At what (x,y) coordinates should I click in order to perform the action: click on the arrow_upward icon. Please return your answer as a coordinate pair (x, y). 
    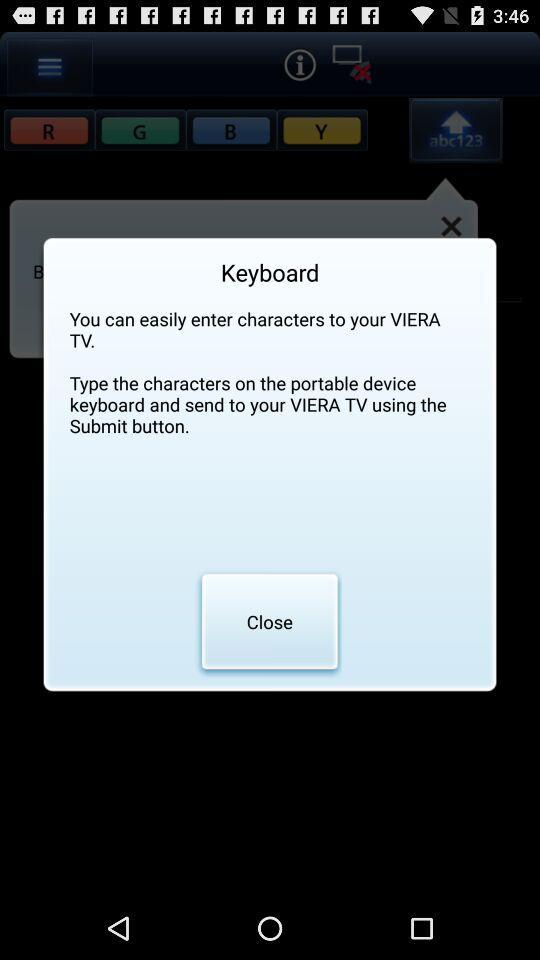
    Looking at the image, I should click on (455, 138).